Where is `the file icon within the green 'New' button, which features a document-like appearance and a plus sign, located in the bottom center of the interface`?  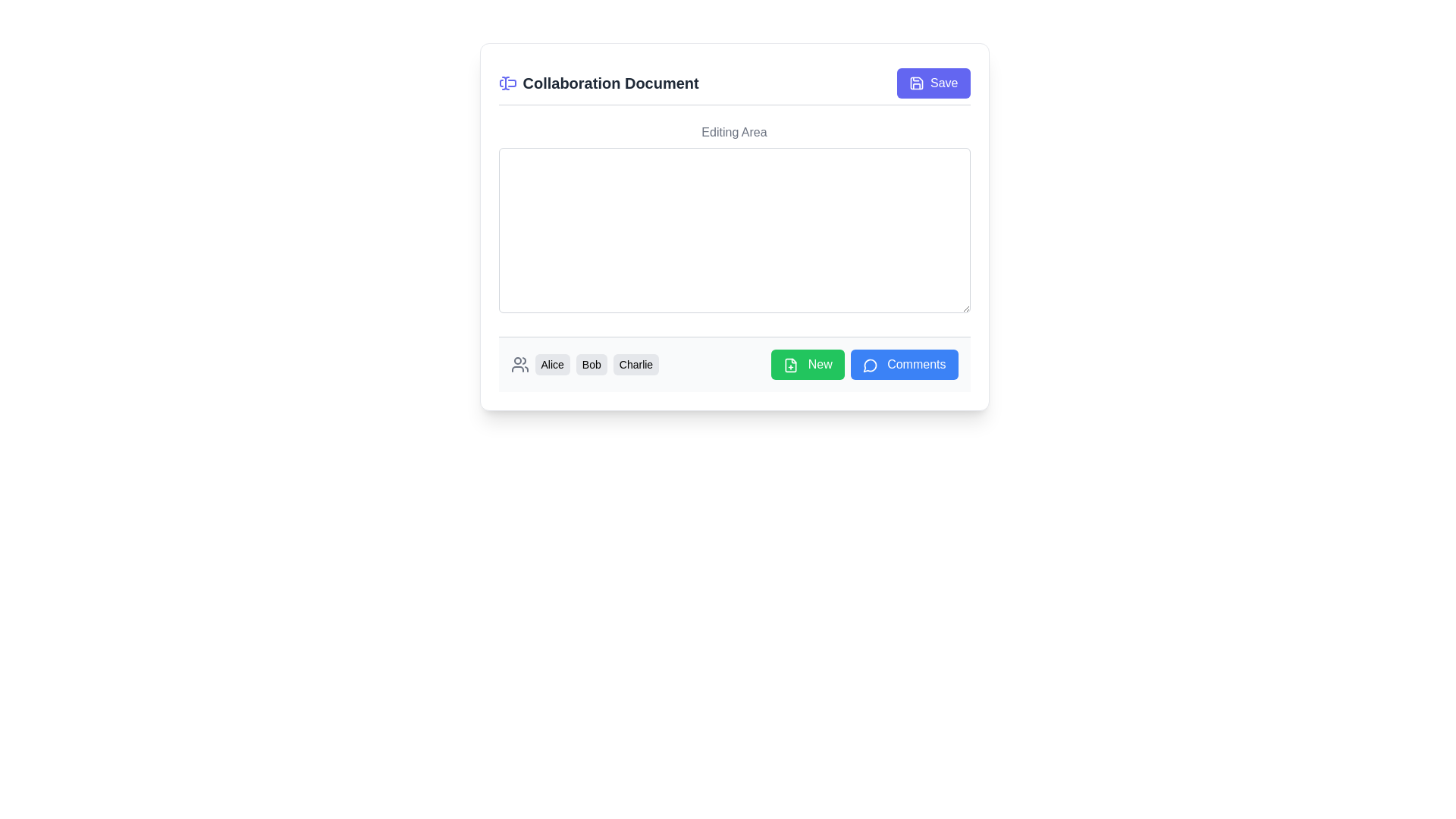
the file icon within the green 'New' button, which features a document-like appearance and a plus sign, located in the bottom center of the interface is located at coordinates (790, 365).